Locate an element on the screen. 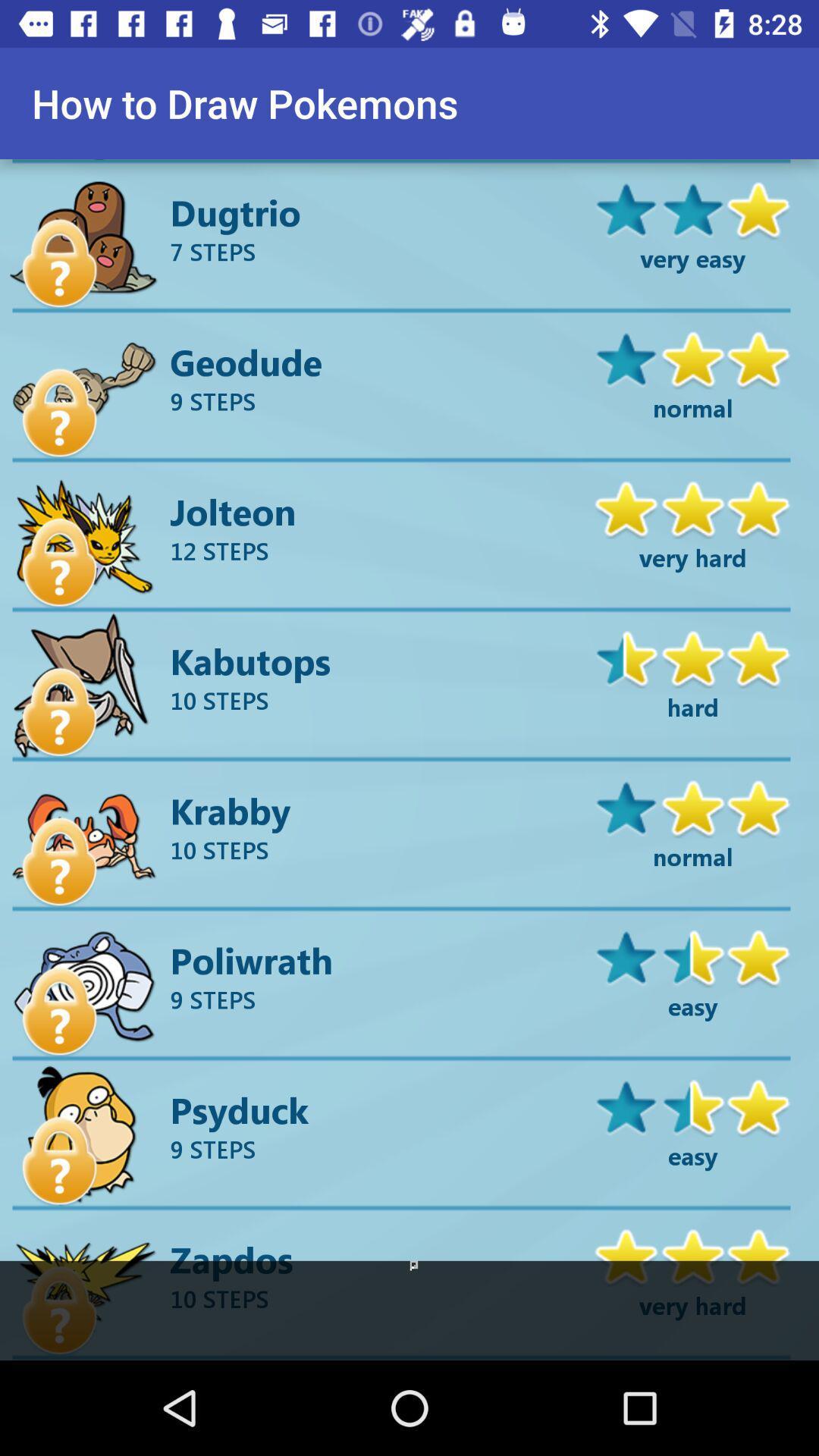 The image size is (819, 1456). the icon which is left to the text jolteon is located at coordinates (59, 562).